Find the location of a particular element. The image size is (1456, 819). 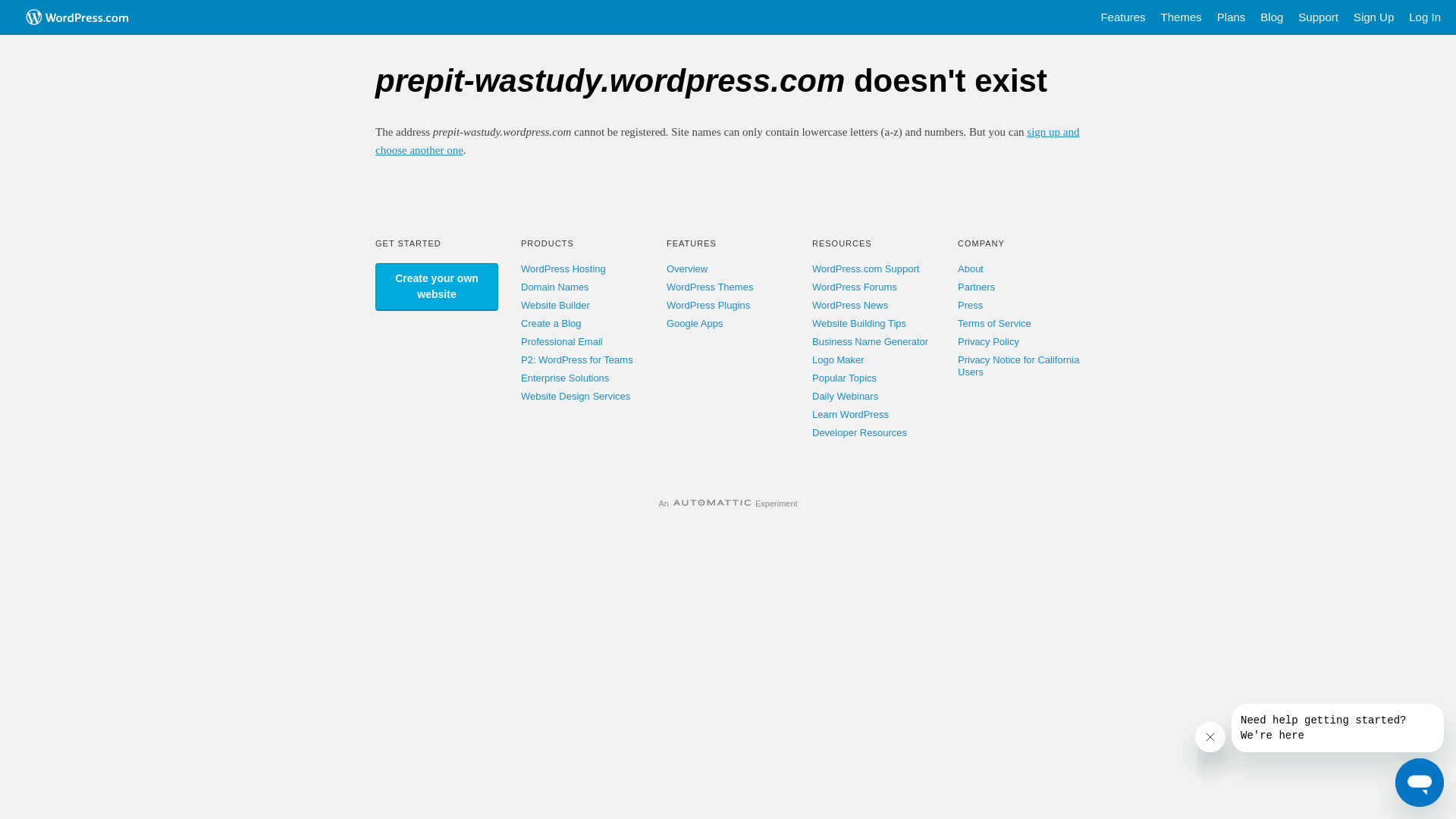

'WordPress Plugins' is located at coordinates (666, 305).